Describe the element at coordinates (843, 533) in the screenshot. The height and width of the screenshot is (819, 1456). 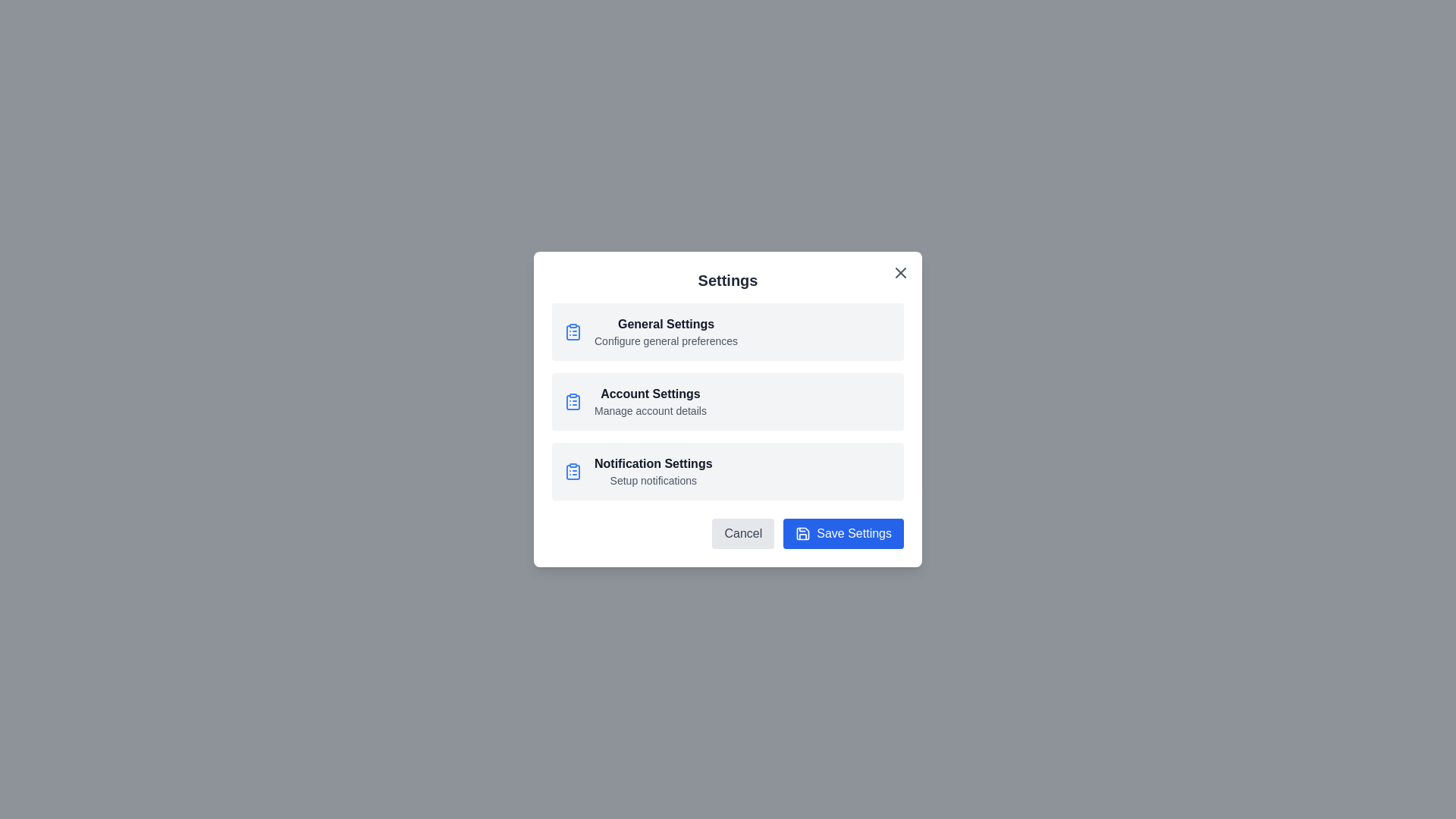
I see `the 'Save Settings' button, which is a rectangular button with rounded corners, vibrant blue background, and white text, located to the right of the 'Cancel' button in the bottom-right of the modal dialog` at that location.